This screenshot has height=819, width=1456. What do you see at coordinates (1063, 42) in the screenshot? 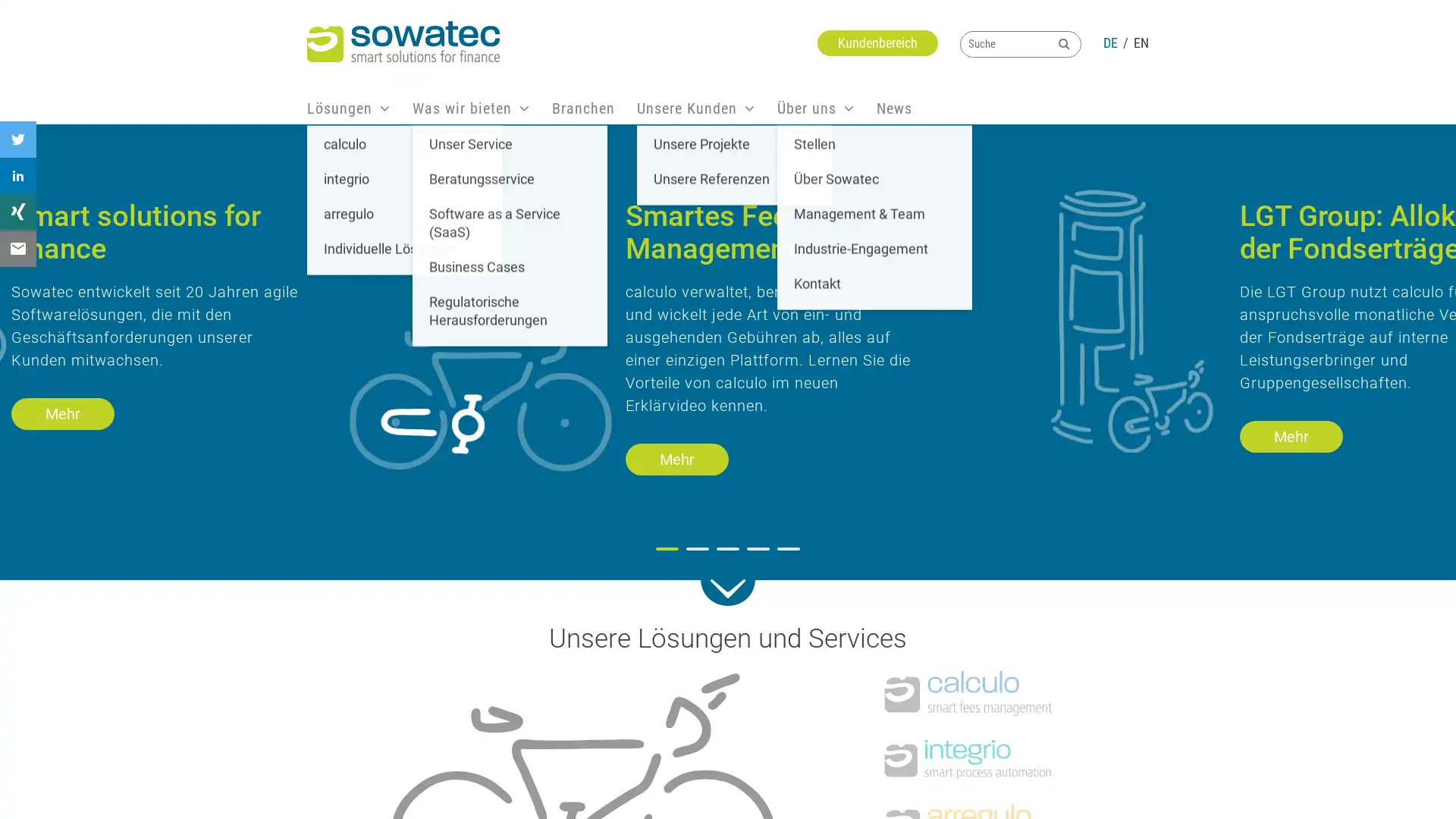
I see `Search` at bounding box center [1063, 42].